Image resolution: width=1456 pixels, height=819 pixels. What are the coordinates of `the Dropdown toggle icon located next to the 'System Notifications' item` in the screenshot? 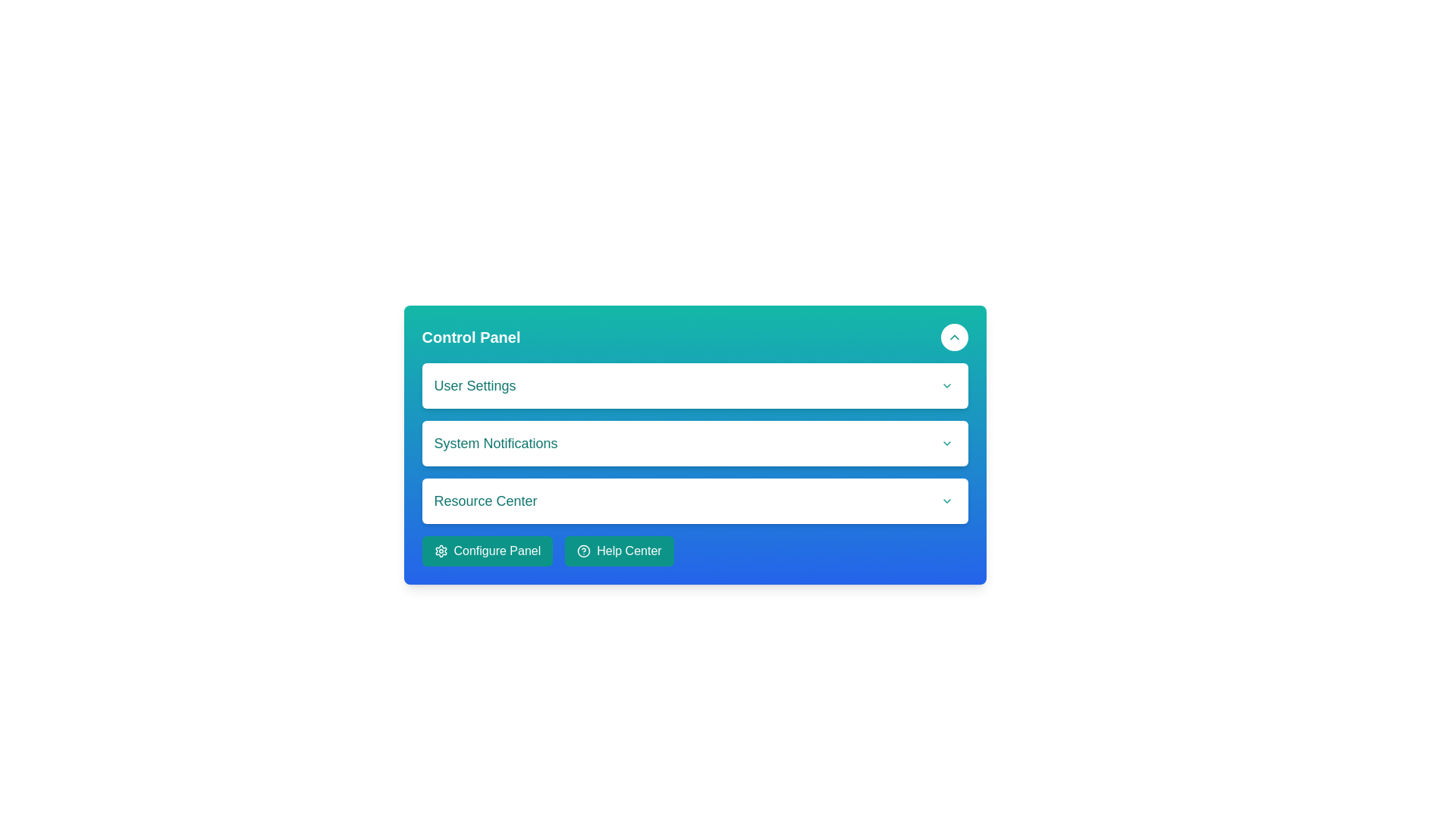 It's located at (946, 444).